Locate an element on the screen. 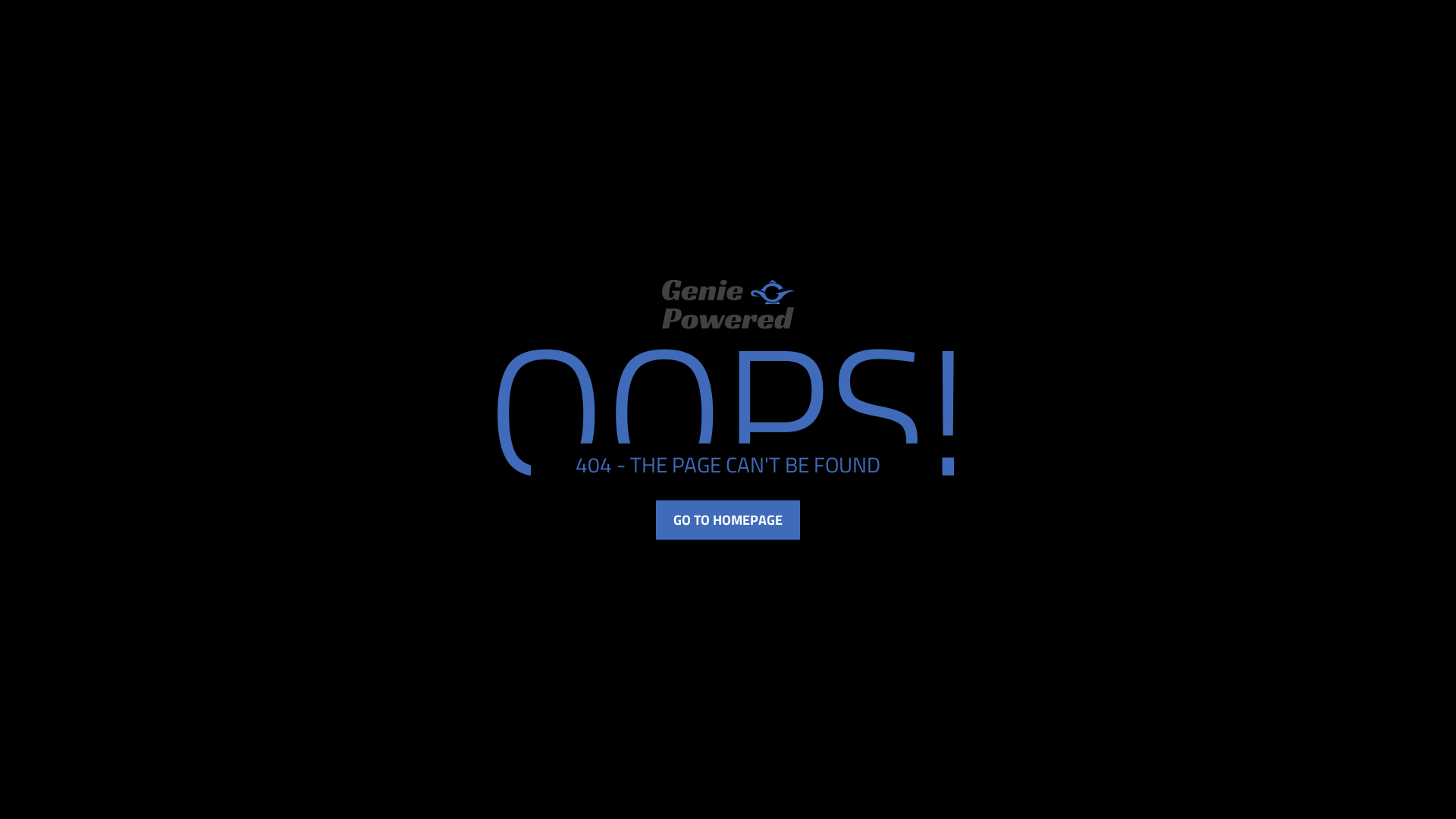 The image size is (1456, 819). 'GO TO HOMEPAGE' is located at coordinates (728, 519).